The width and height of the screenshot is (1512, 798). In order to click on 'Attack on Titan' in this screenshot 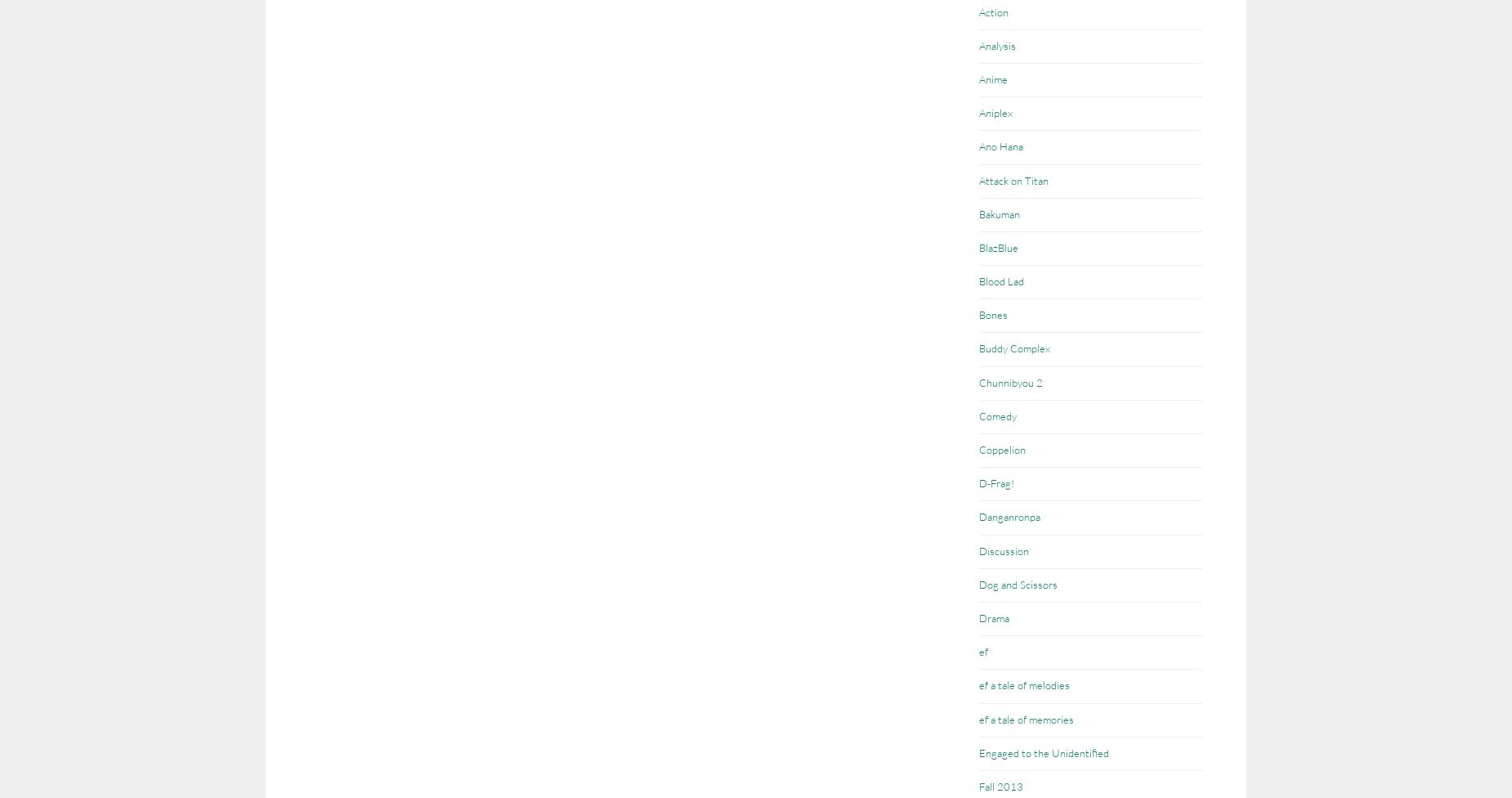, I will do `click(1013, 178)`.